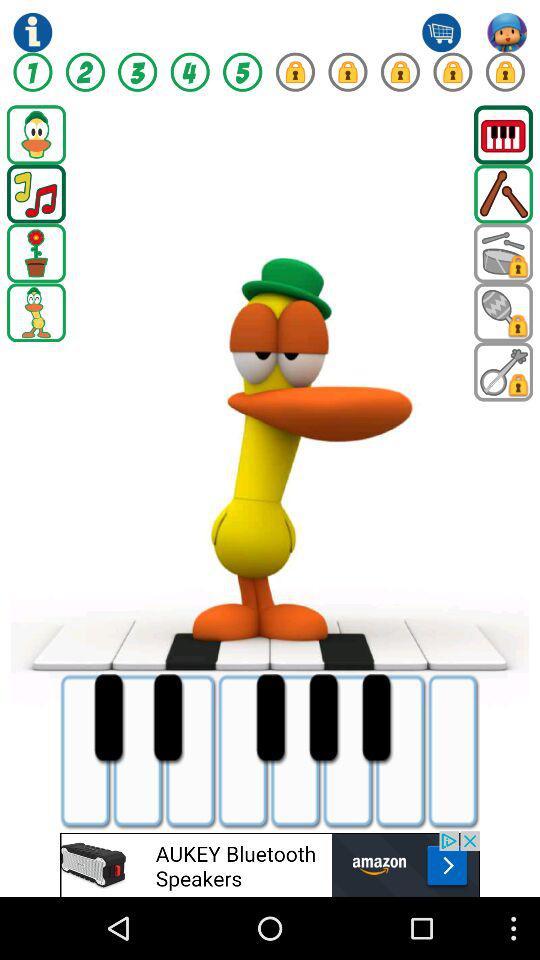 This screenshot has width=540, height=960. Describe the element at coordinates (136, 72) in the screenshot. I see `number paga` at that location.